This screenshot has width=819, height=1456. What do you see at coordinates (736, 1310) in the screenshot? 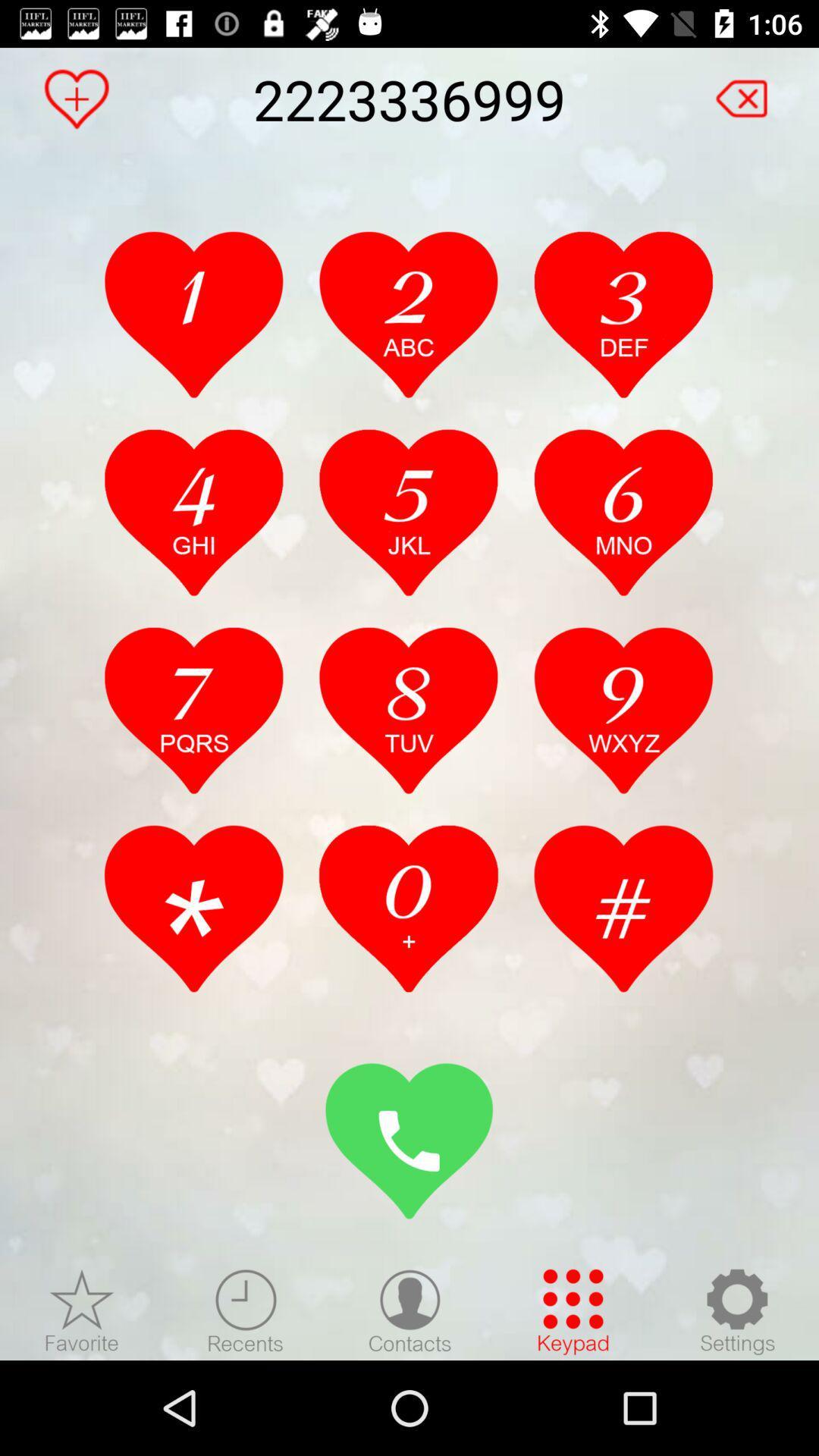
I see `the settings icon` at bounding box center [736, 1310].